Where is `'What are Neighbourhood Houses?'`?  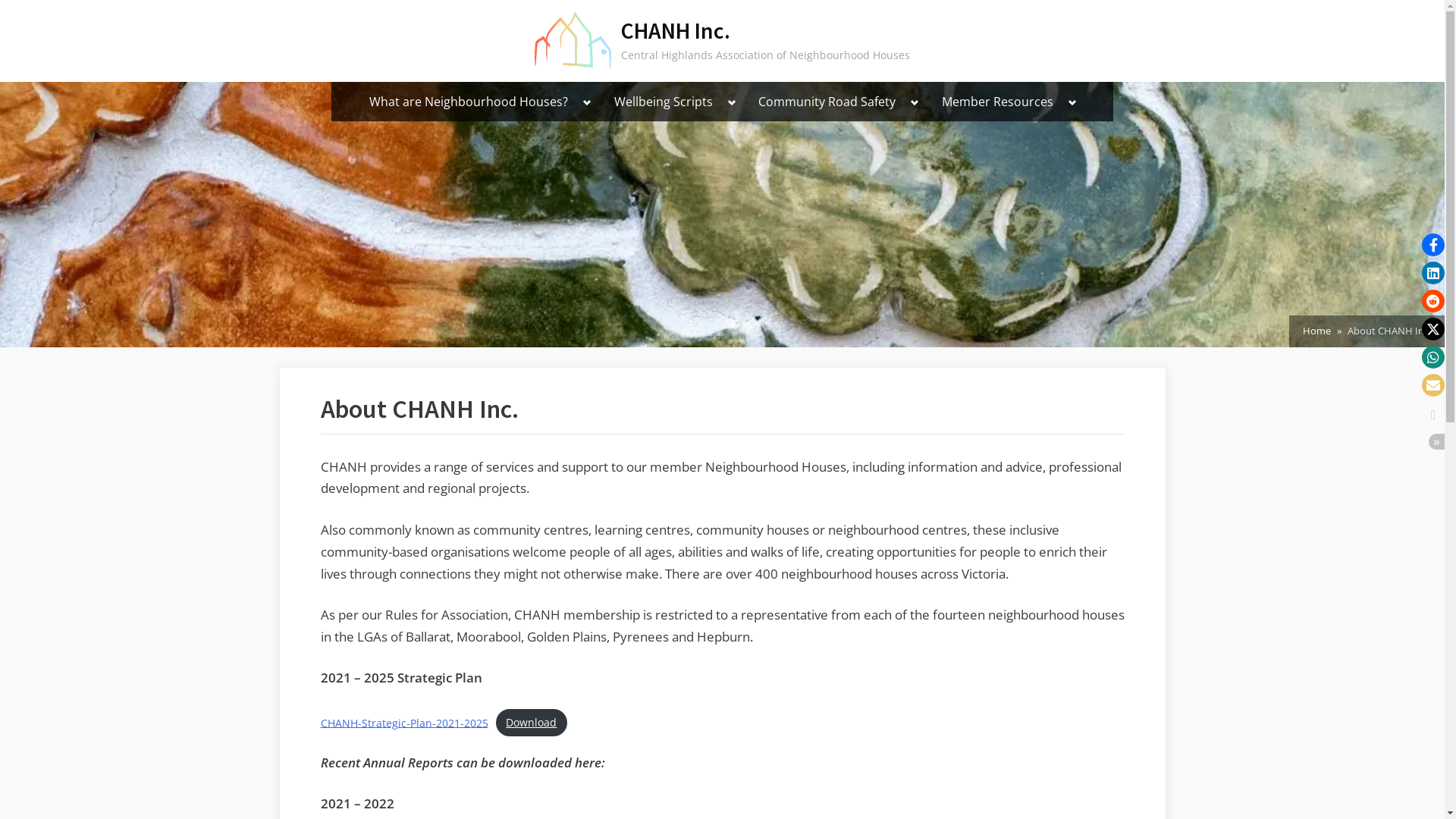 'What are Neighbourhood Houses?' is located at coordinates (359, 102).